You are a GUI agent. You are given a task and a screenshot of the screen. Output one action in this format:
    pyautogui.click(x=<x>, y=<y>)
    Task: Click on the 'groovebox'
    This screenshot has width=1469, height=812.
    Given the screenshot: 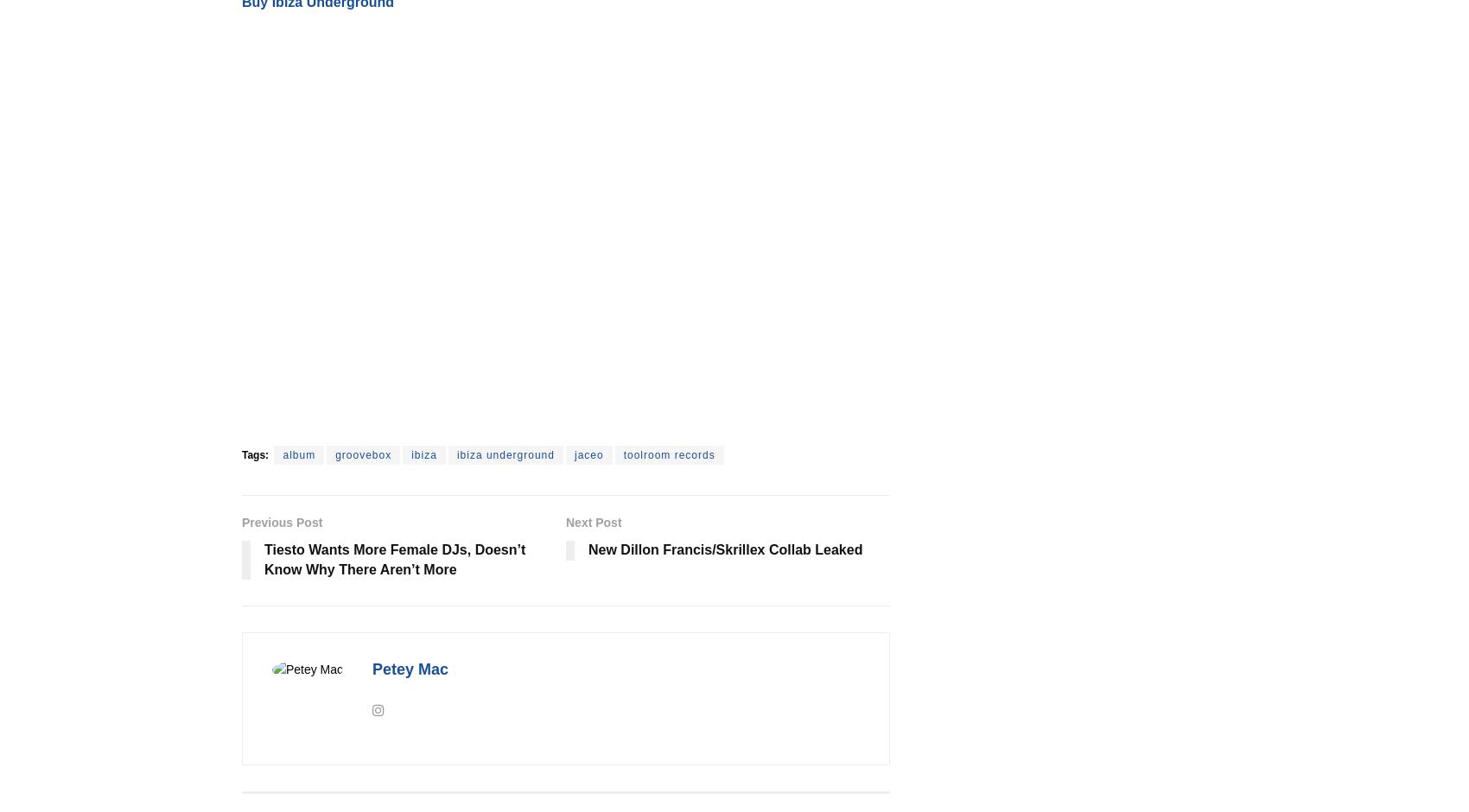 What is the action you would take?
    pyautogui.click(x=362, y=454)
    